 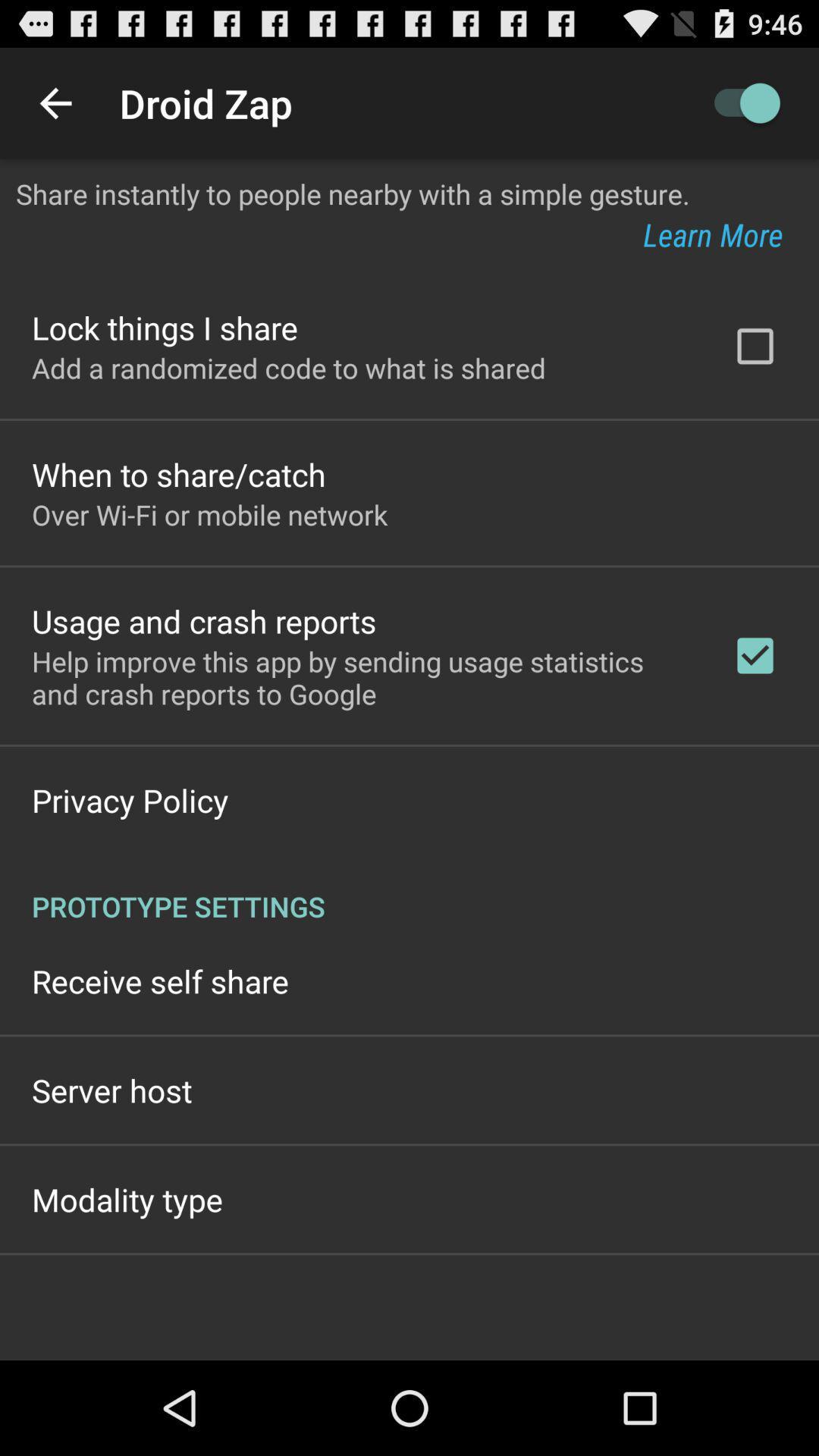 I want to click on help improve this icon, so click(x=362, y=676).